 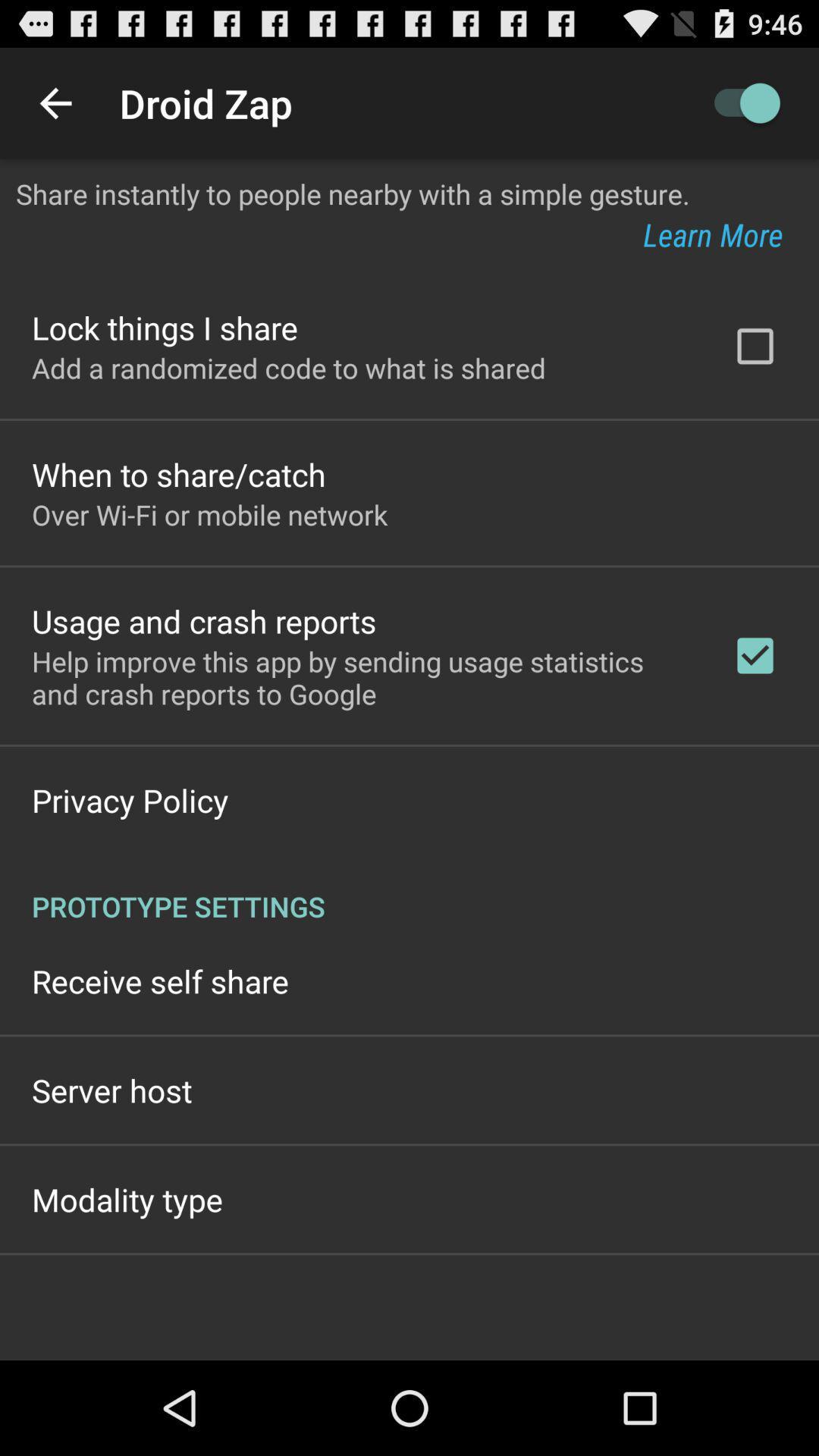 I want to click on help improve this icon, so click(x=362, y=676).